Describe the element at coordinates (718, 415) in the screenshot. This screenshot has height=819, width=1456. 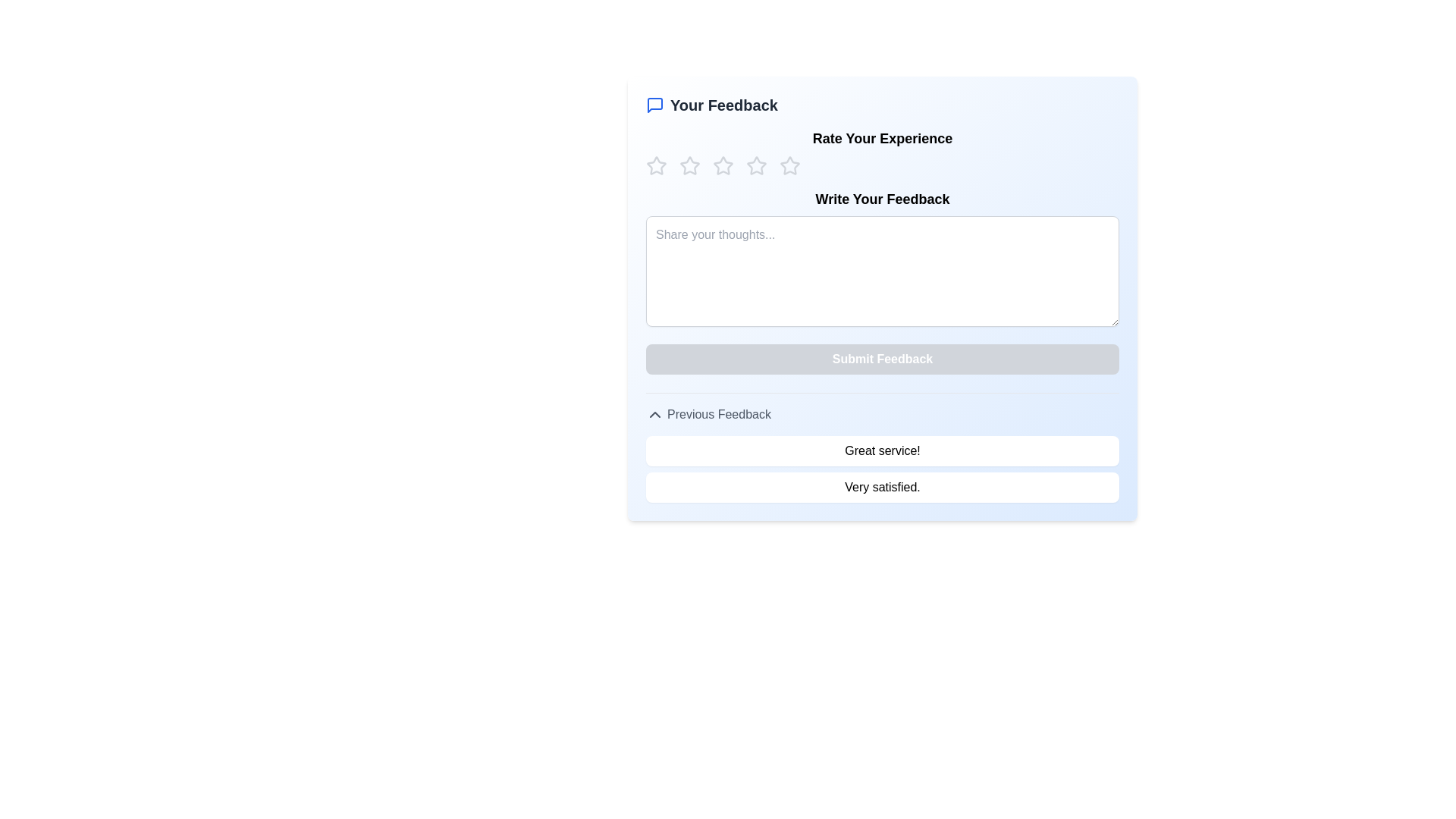
I see `the text-based interactive element located to the right of the downward-facing chevron icon` at that location.